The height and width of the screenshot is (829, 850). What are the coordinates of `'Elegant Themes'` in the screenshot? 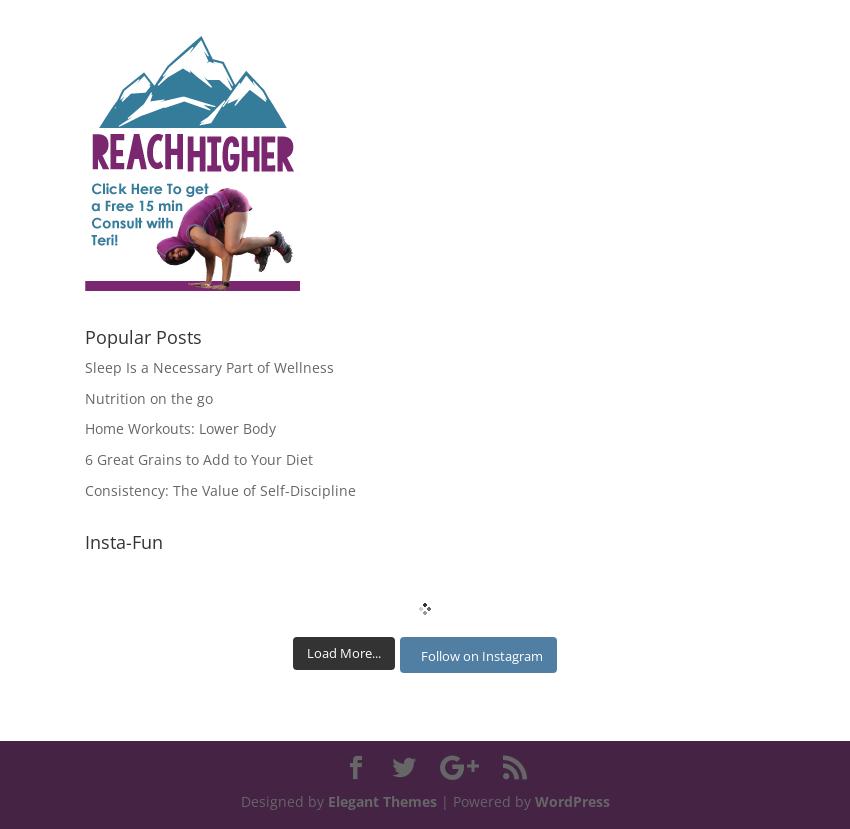 It's located at (380, 800).